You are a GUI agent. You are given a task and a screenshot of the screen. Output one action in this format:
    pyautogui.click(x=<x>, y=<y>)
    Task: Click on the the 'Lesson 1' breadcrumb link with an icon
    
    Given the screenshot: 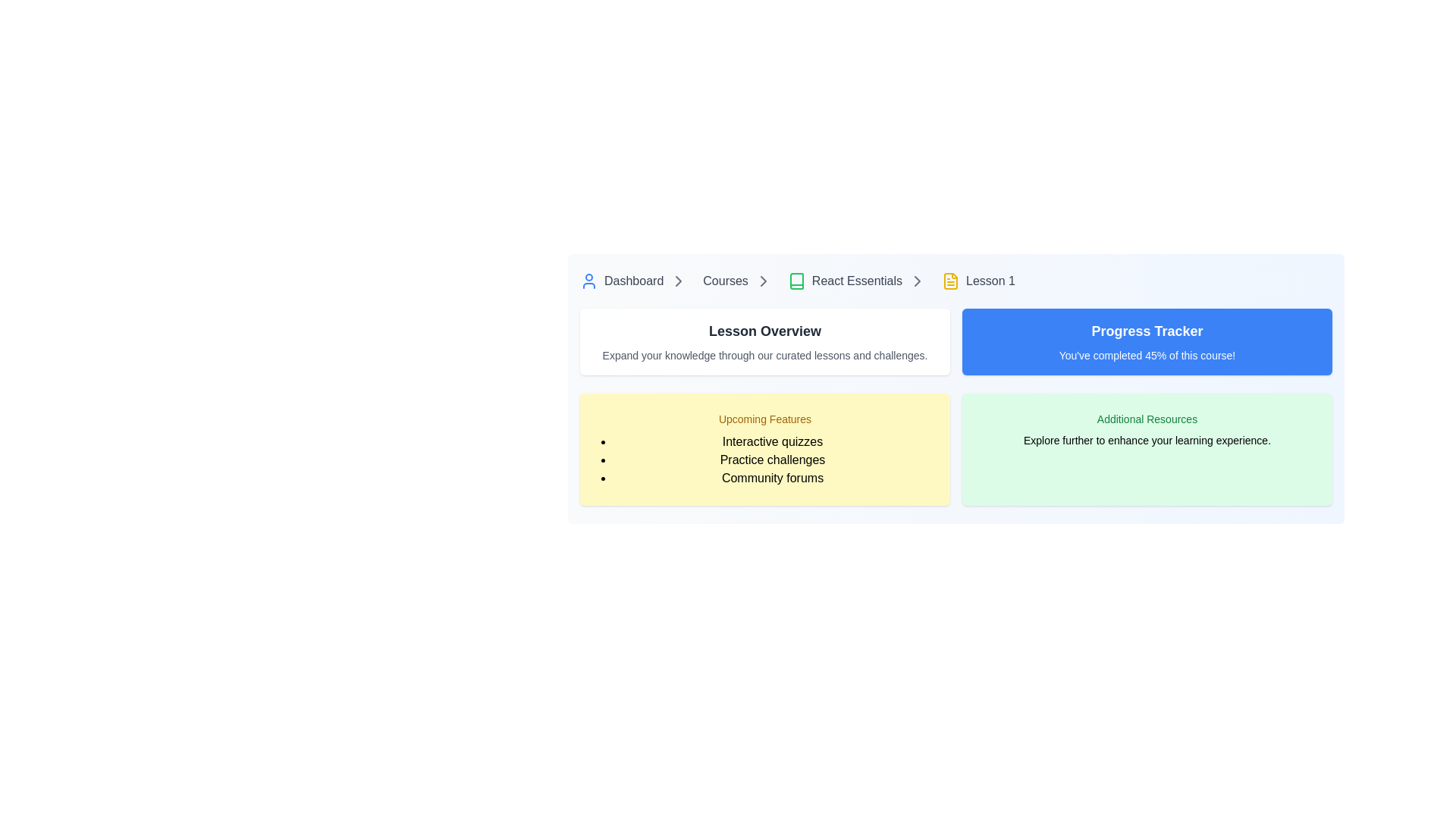 What is the action you would take?
    pyautogui.click(x=978, y=281)
    